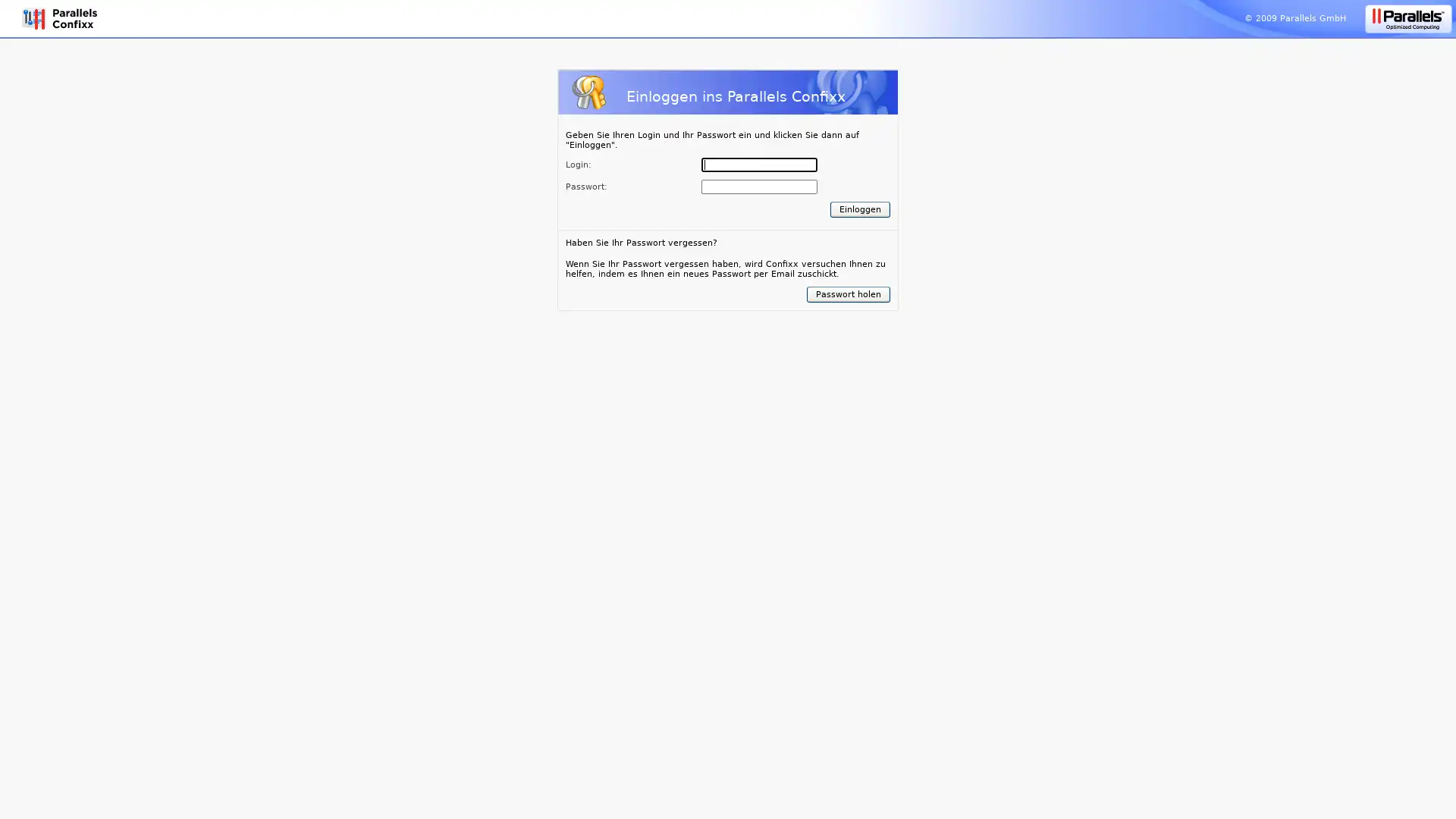  I want to click on Submit, so click(885, 294).